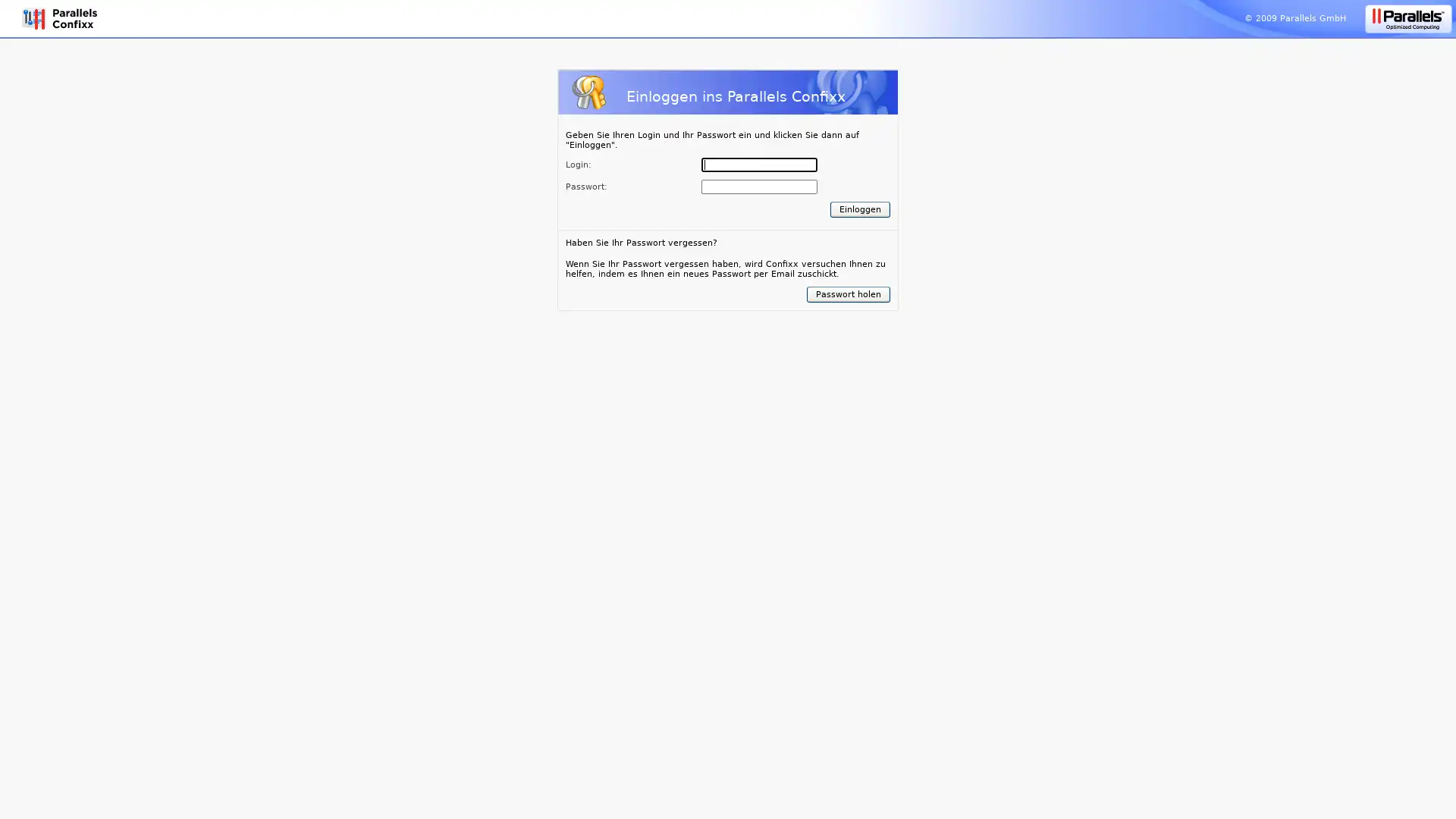  I want to click on Submit, so click(885, 294).